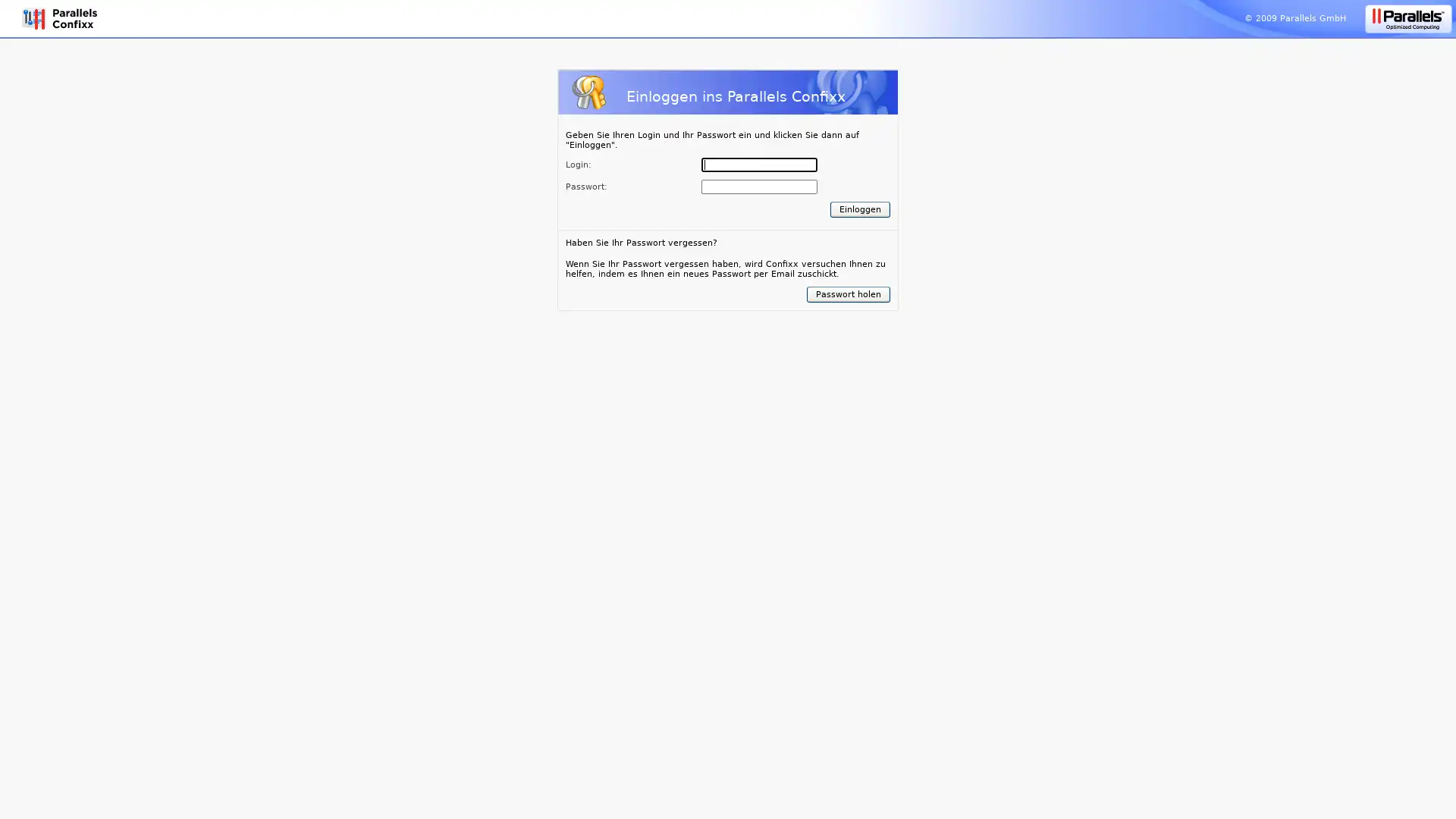  I want to click on Submit, so click(885, 294).